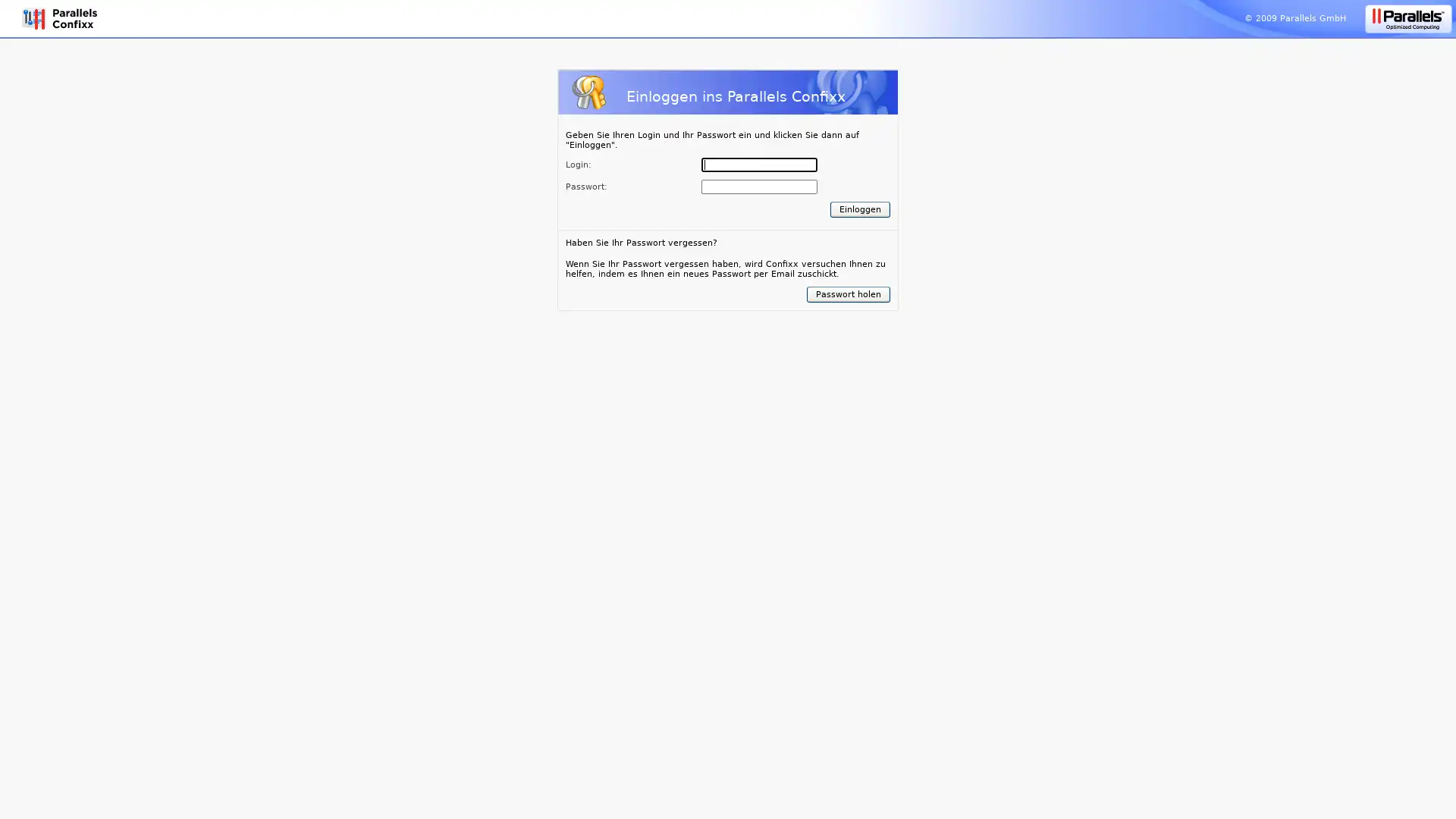  I want to click on Submit, so click(885, 294).